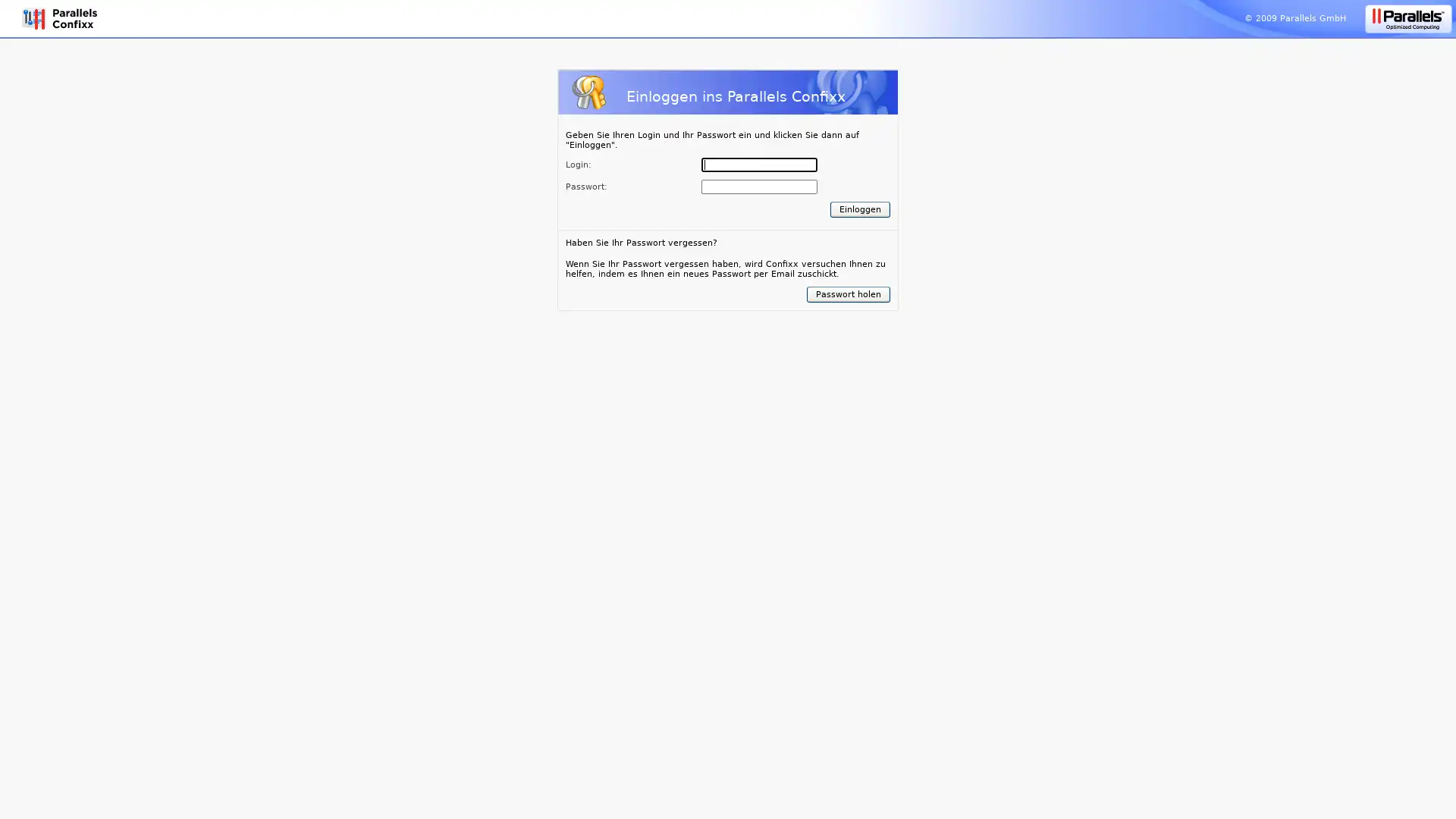  I want to click on Submit, so click(885, 294).